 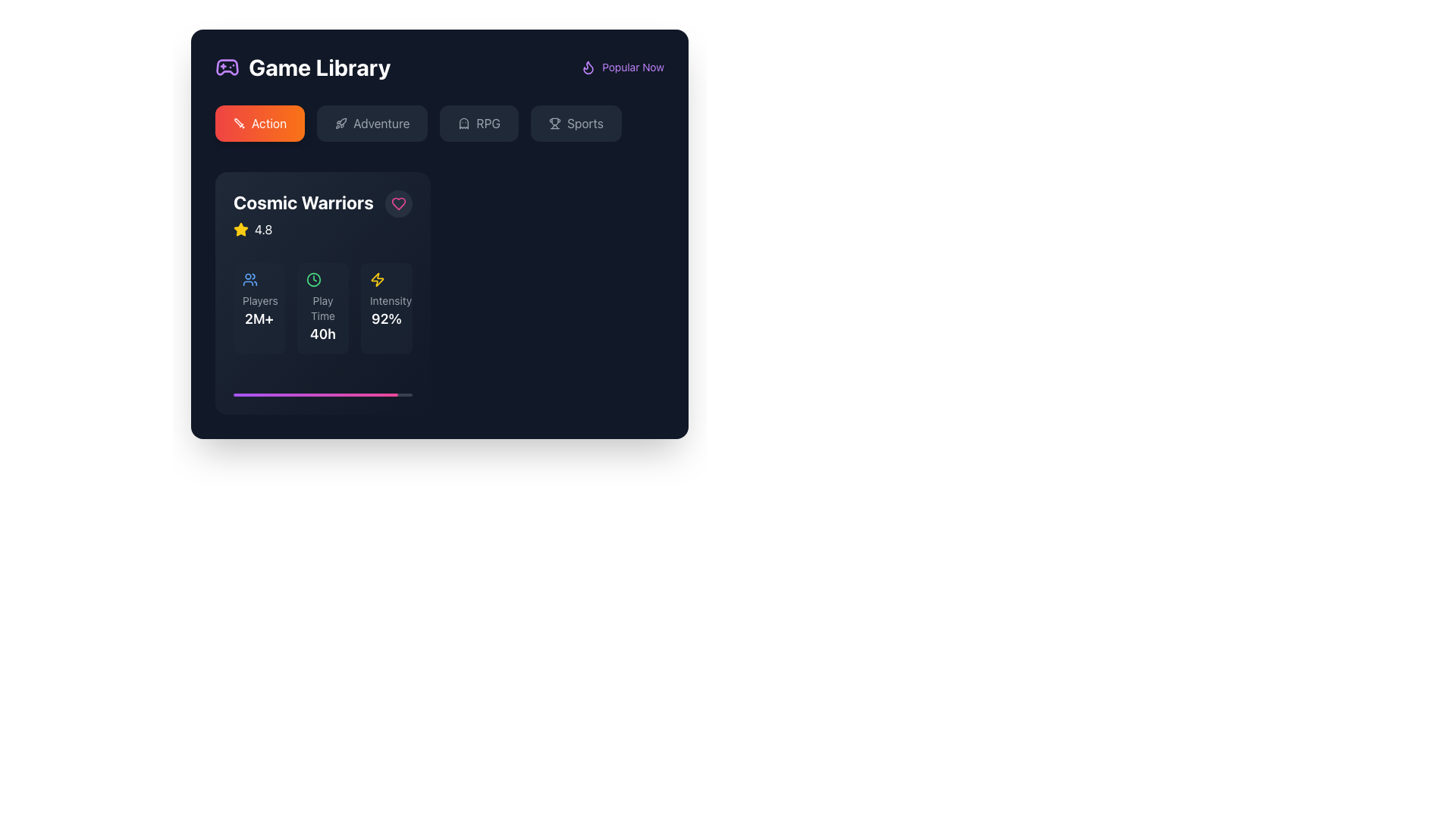 What do you see at coordinates (585, 122) in the screenshot?
I see `the 'Sports' textual label inside the last button of the navigation bar` at bounding box center [585, 122].